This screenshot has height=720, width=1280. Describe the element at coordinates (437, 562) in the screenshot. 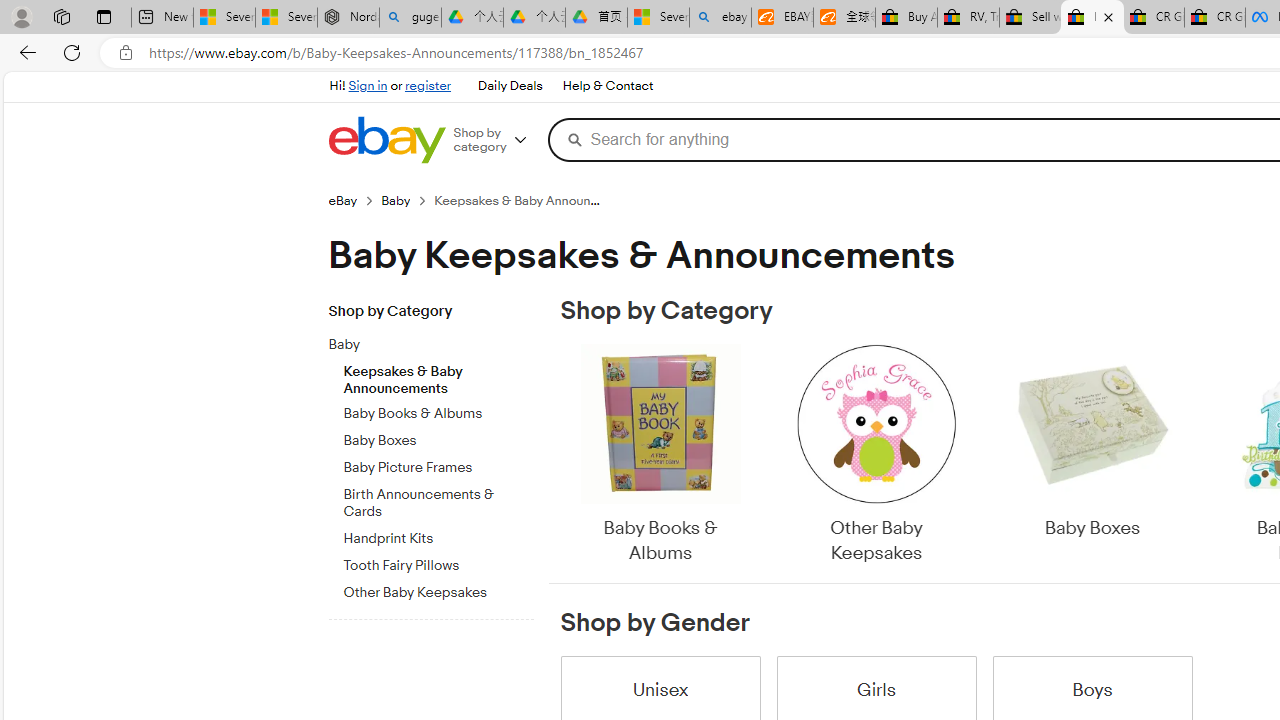

I see `'Tooth Fairy Pillows'` at that location.